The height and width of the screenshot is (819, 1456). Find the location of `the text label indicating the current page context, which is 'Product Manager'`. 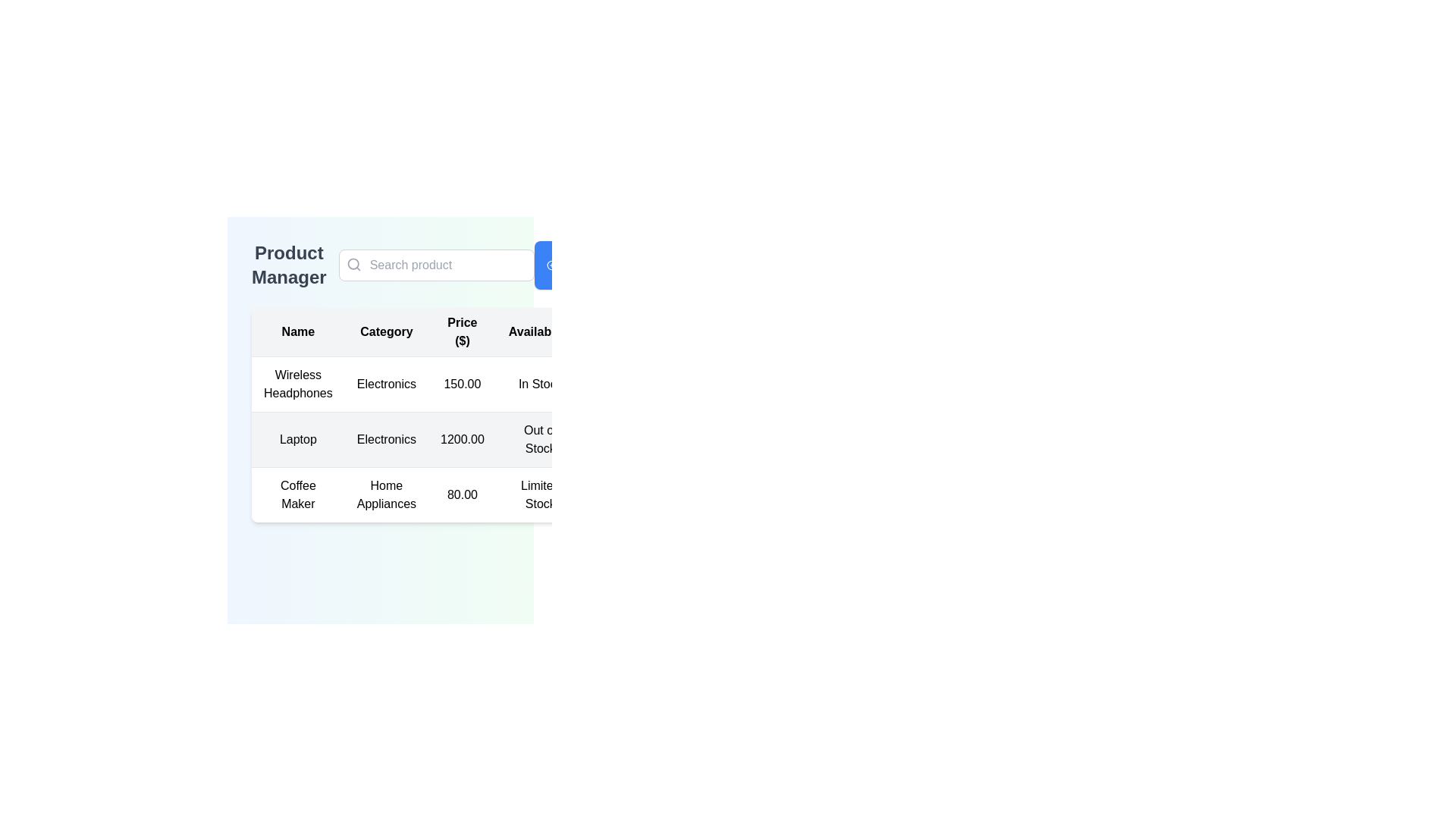

the text label indicating the current page context, which is 'Product Manager' is located at coordinates (393, 265).